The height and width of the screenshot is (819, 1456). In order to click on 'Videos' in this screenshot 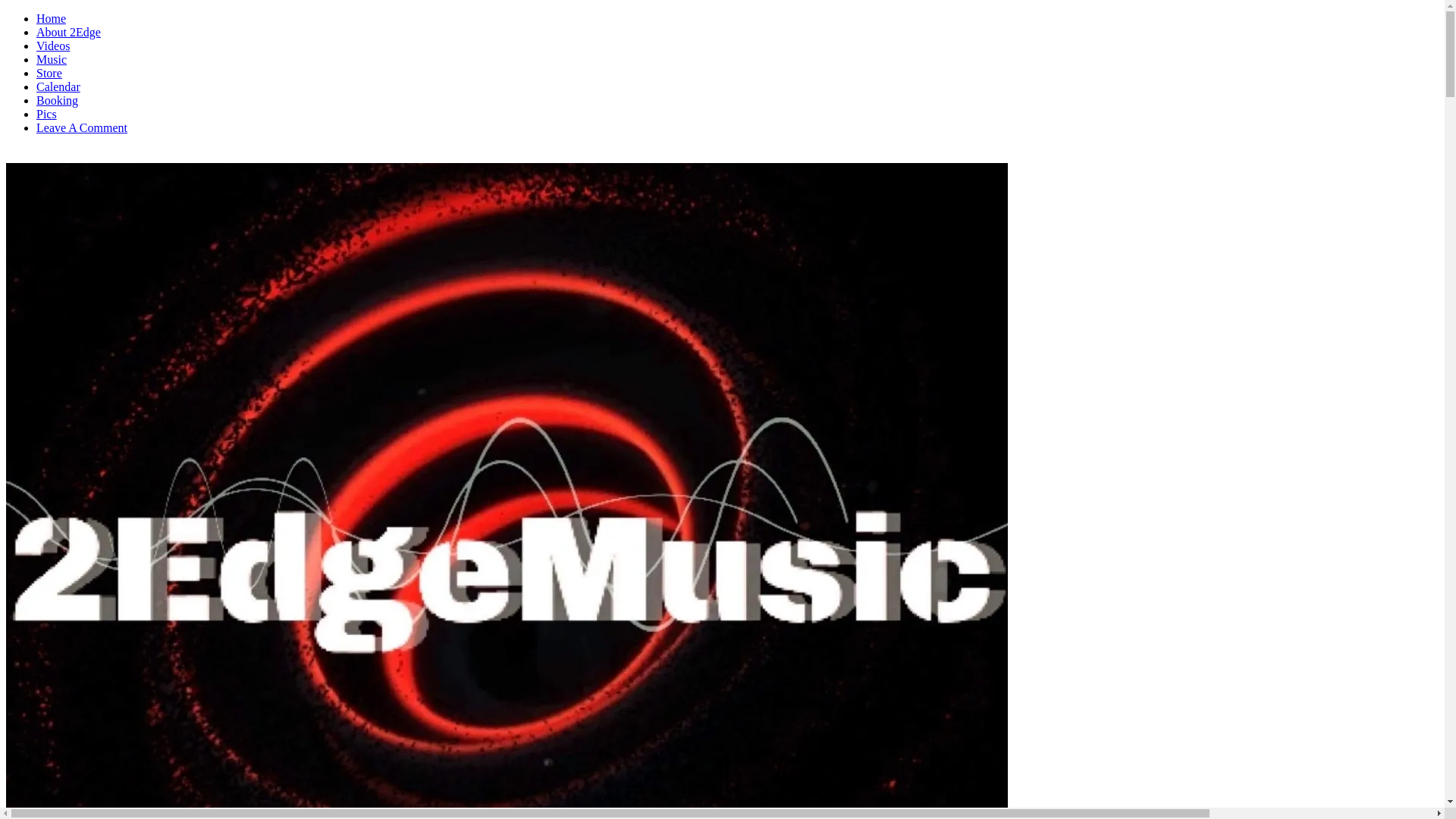, I will do `click(53, 45)`.